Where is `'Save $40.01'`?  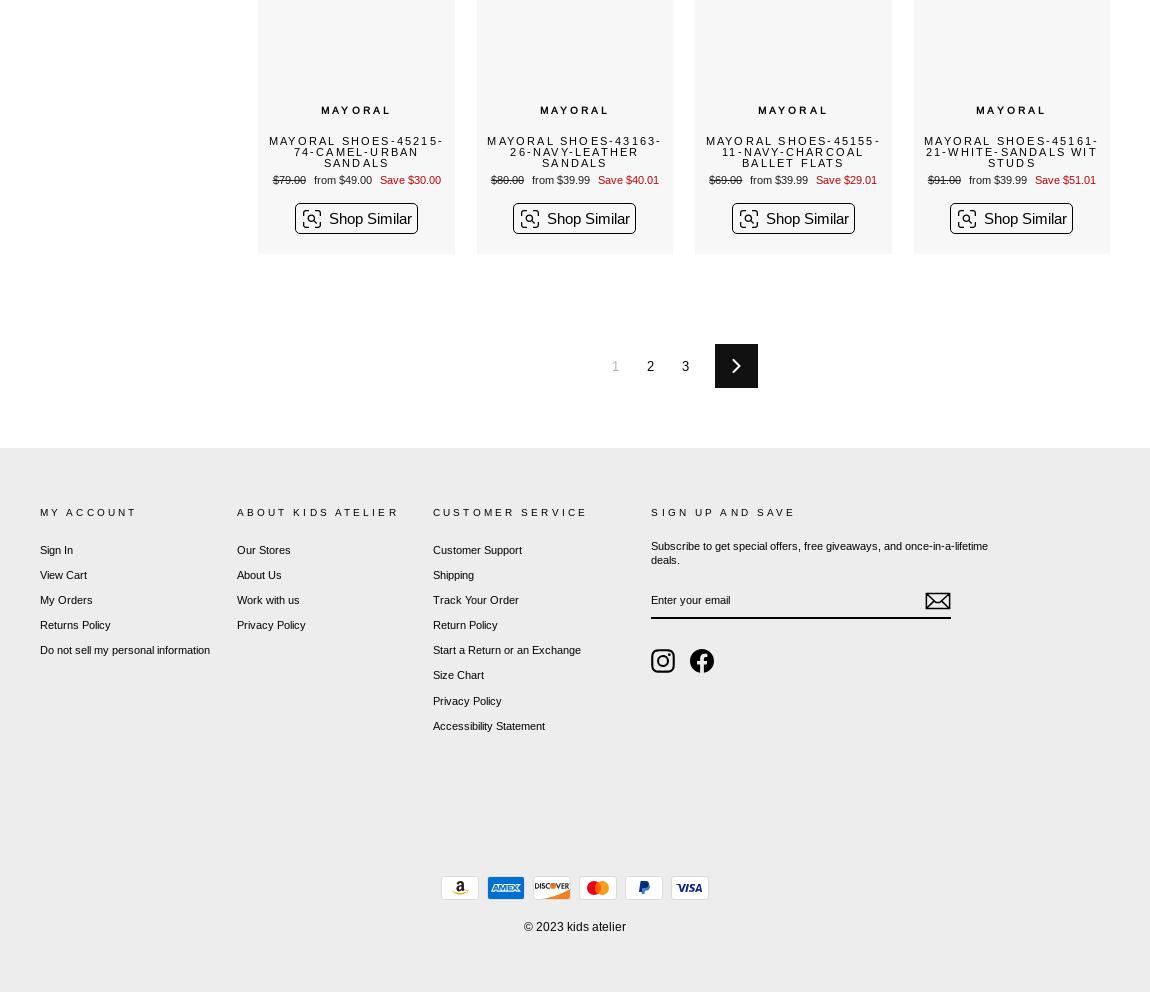
'Save $40.01' is located at coordinates (626, 177).